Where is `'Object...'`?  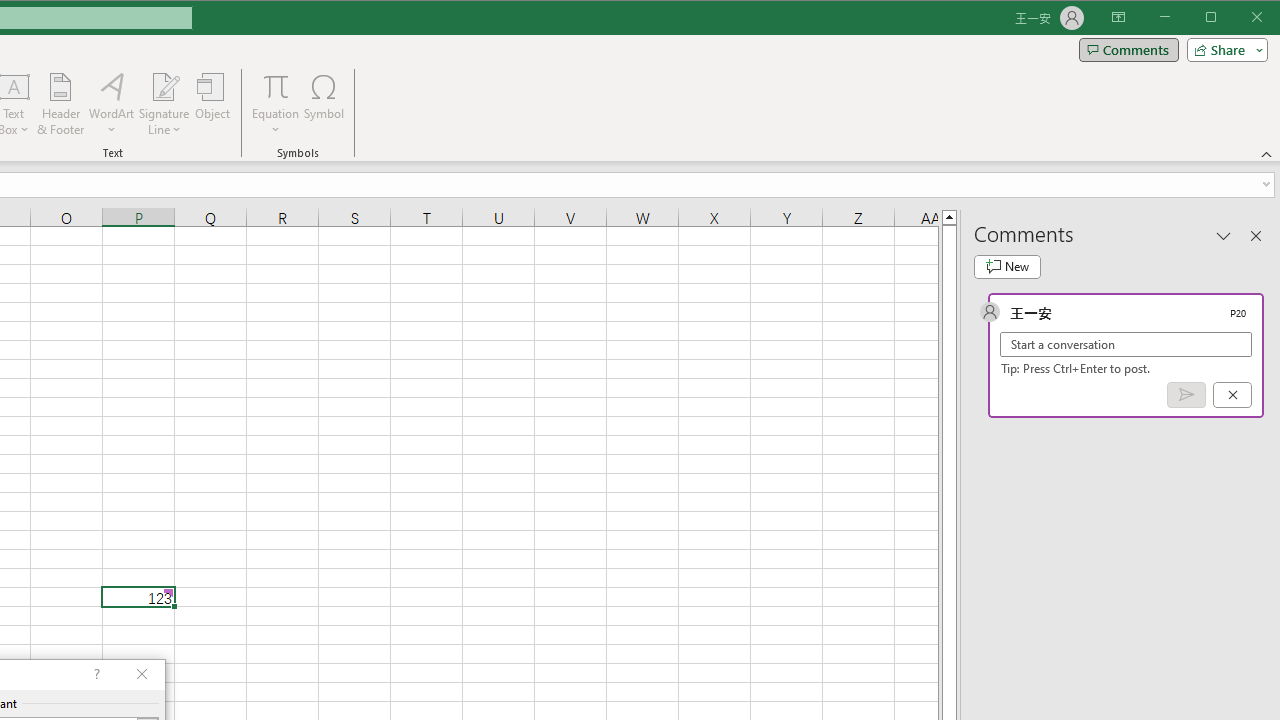
'Object...' is located at coordinates (213, 104).